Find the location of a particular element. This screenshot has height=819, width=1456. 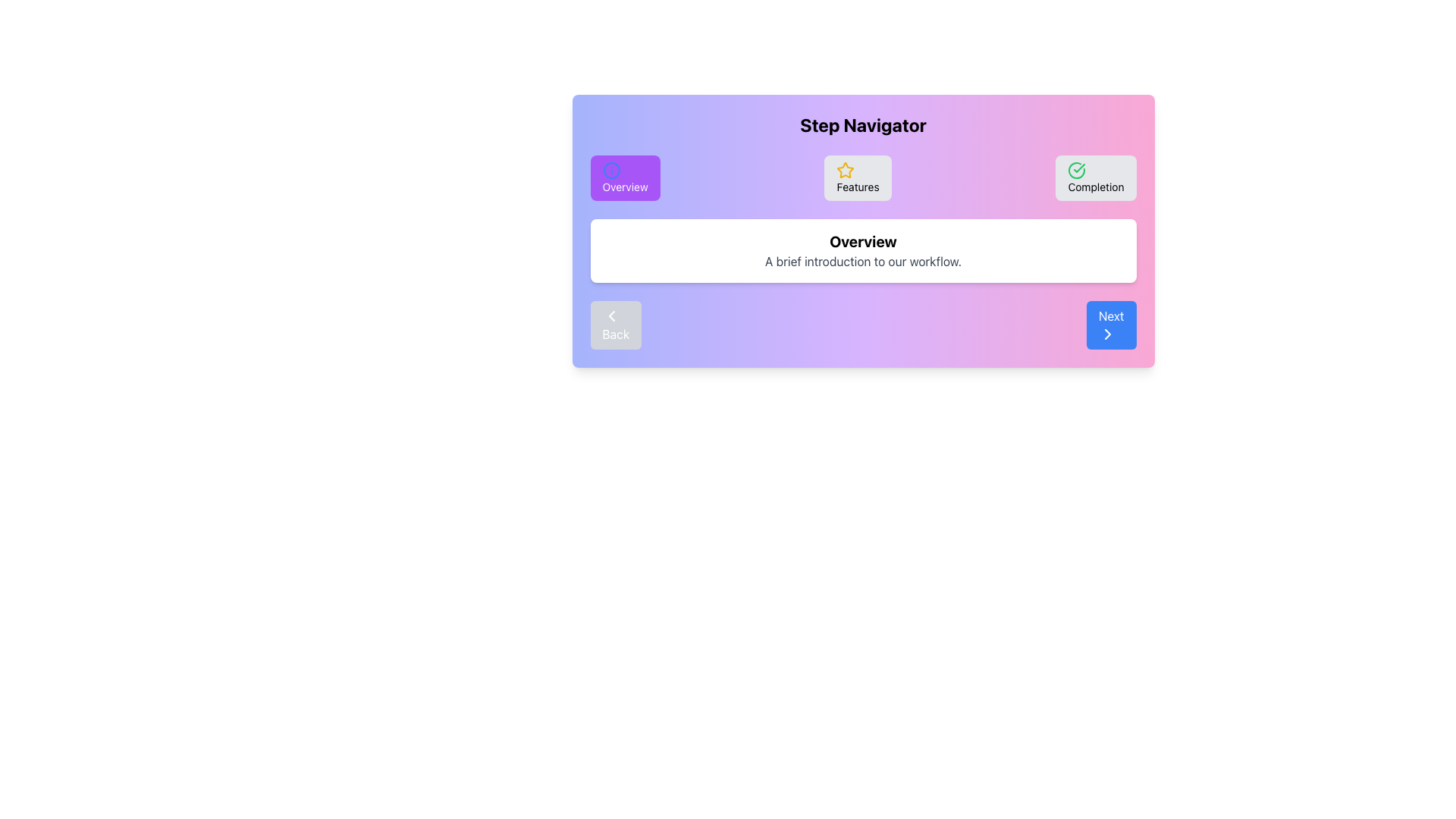

the Text block with heading 'Overview' that contains the description 'A brief introduction to our workflow.' This element is centrally positioned below 'Step Navigator' and above the navigation buttons is located at coordinates (863, 250).